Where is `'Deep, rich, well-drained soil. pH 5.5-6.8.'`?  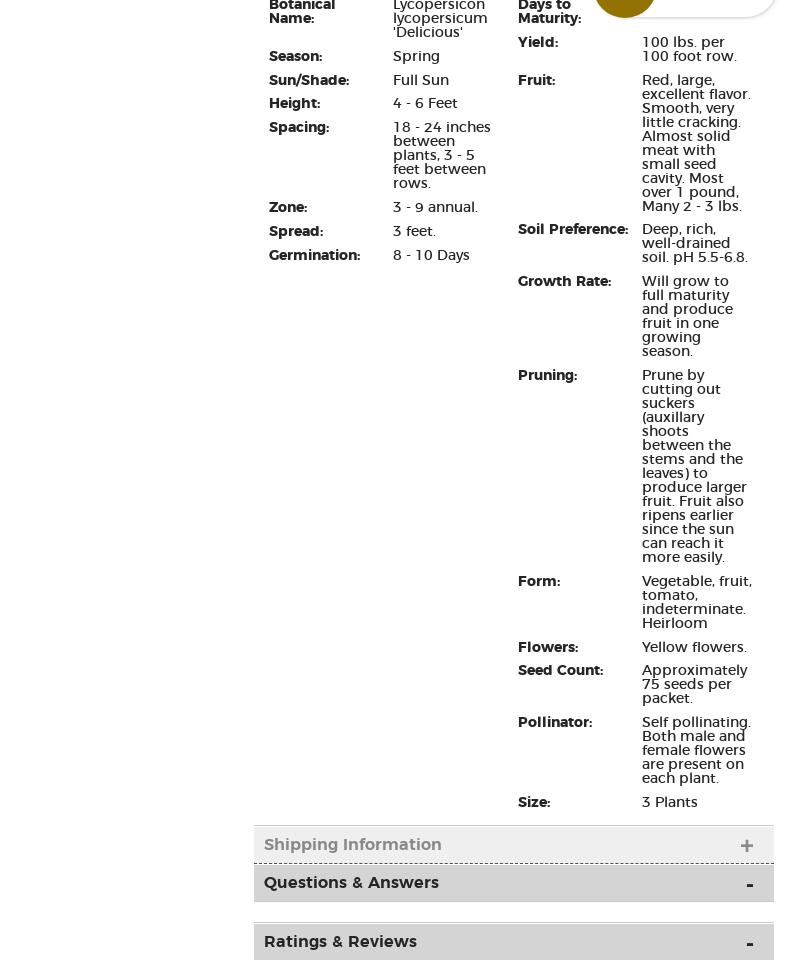 'Deep, rich, well-drained soil. pH 5.5-6.8.' is located at coordinates (694, 243).